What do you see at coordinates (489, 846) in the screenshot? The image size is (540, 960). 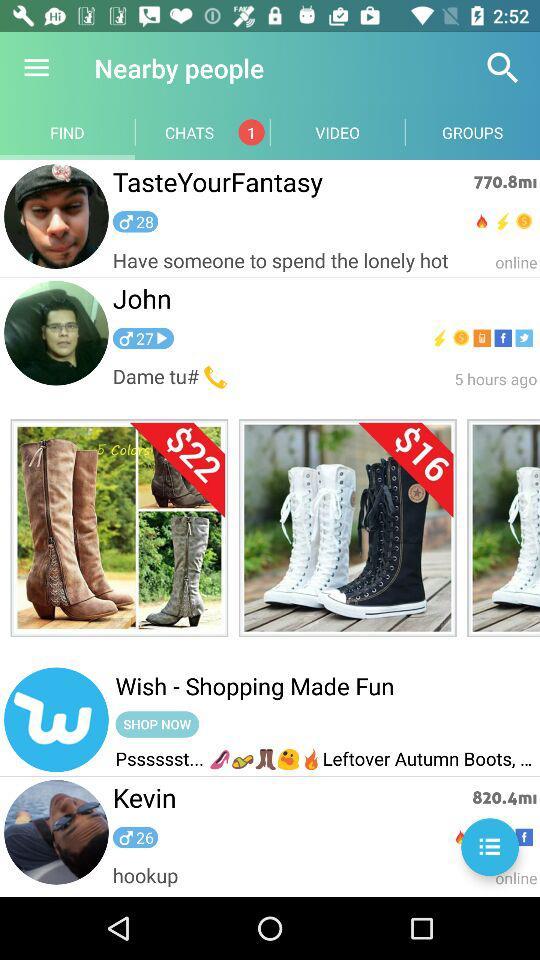 I see `the list icon` at bounding box center [489, 846].